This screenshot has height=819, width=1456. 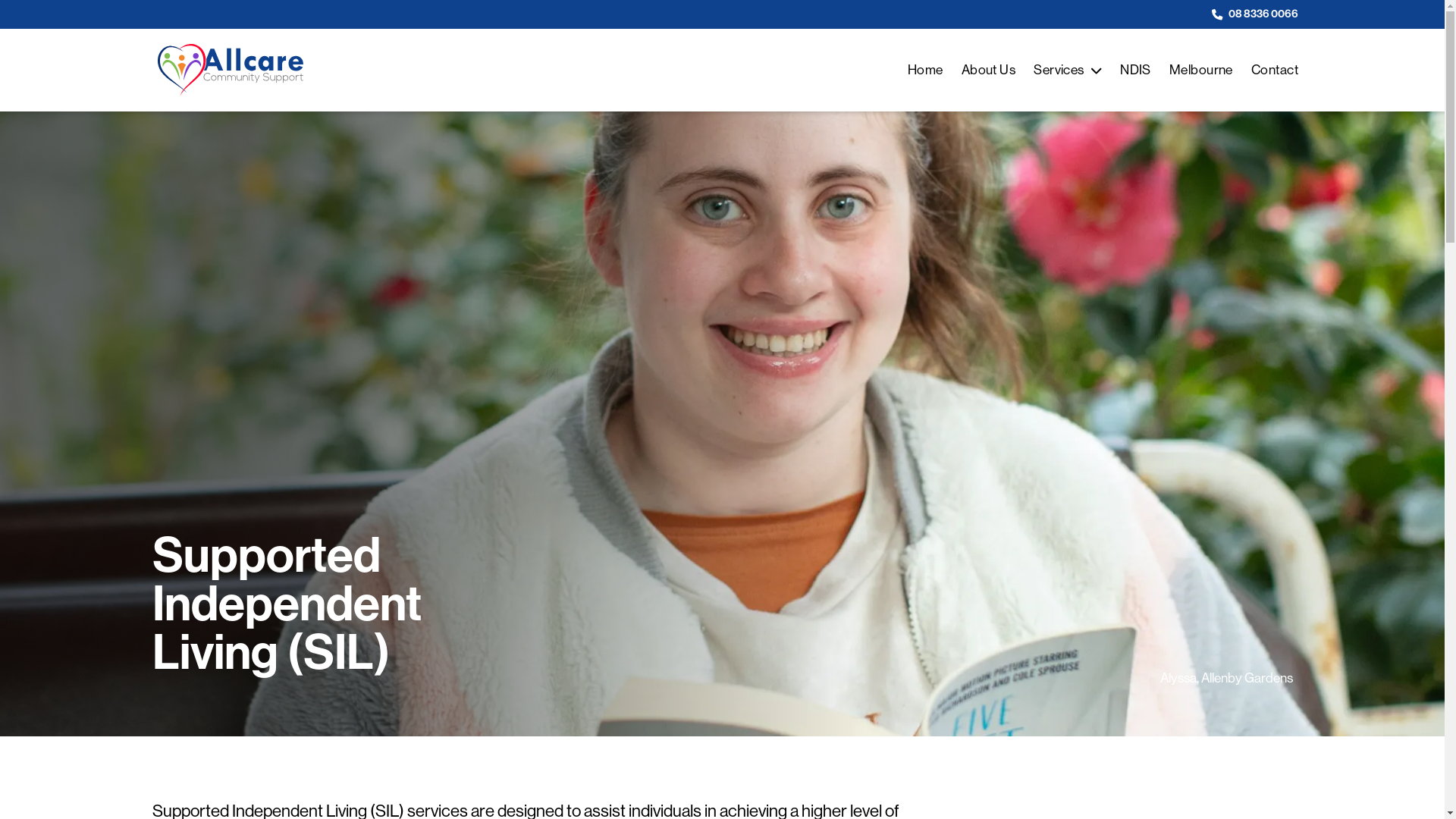 What do you see at coordinates (1200, 70) in the screenshot?
I see `'Melbourne'` at bounding box center [1200, 70].